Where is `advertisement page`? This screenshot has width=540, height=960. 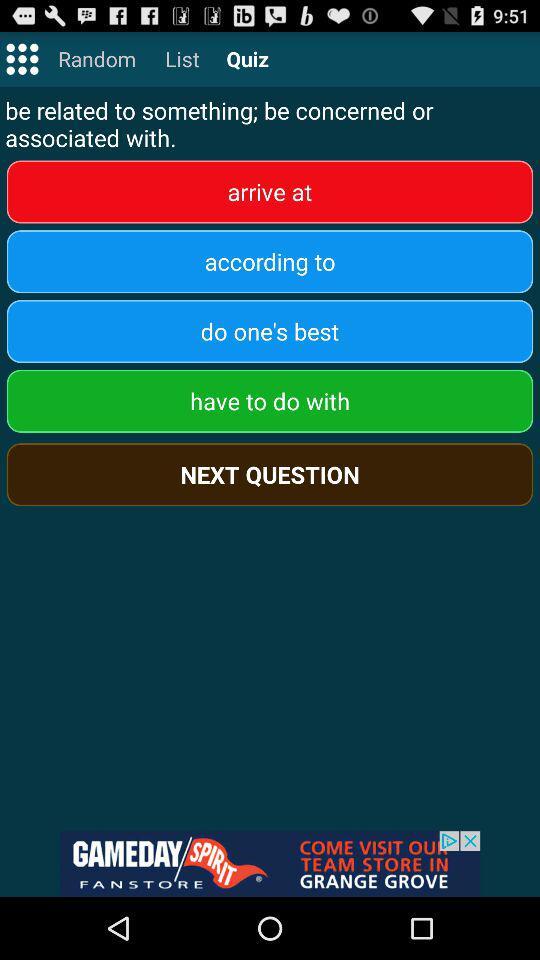
advertisement page is located at coordinates (270, 863).